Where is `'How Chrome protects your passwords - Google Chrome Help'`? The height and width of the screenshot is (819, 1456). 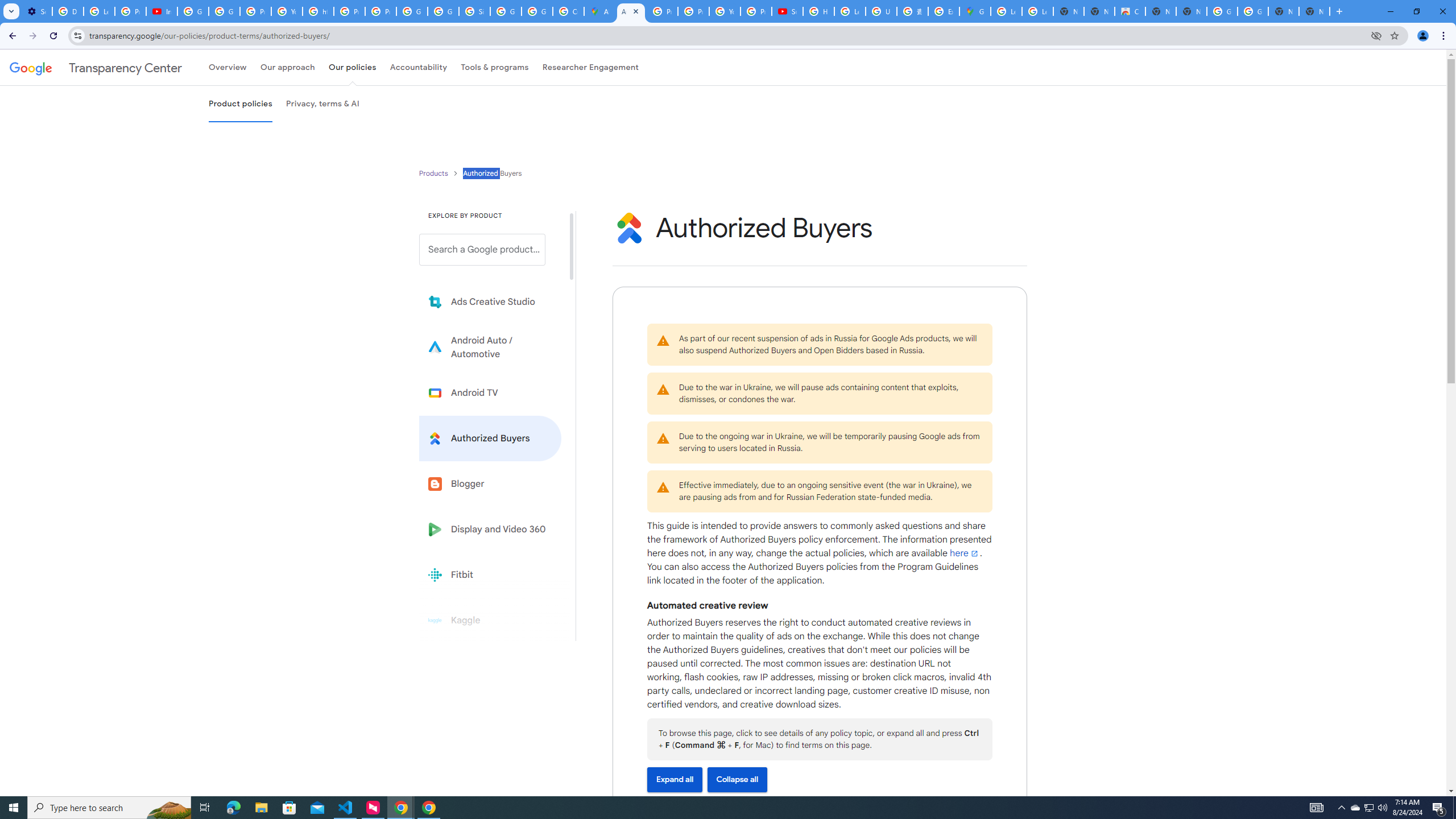 'How Chrome protects your passwords - Google Chrome Help' is located at coordinates (818, 11).